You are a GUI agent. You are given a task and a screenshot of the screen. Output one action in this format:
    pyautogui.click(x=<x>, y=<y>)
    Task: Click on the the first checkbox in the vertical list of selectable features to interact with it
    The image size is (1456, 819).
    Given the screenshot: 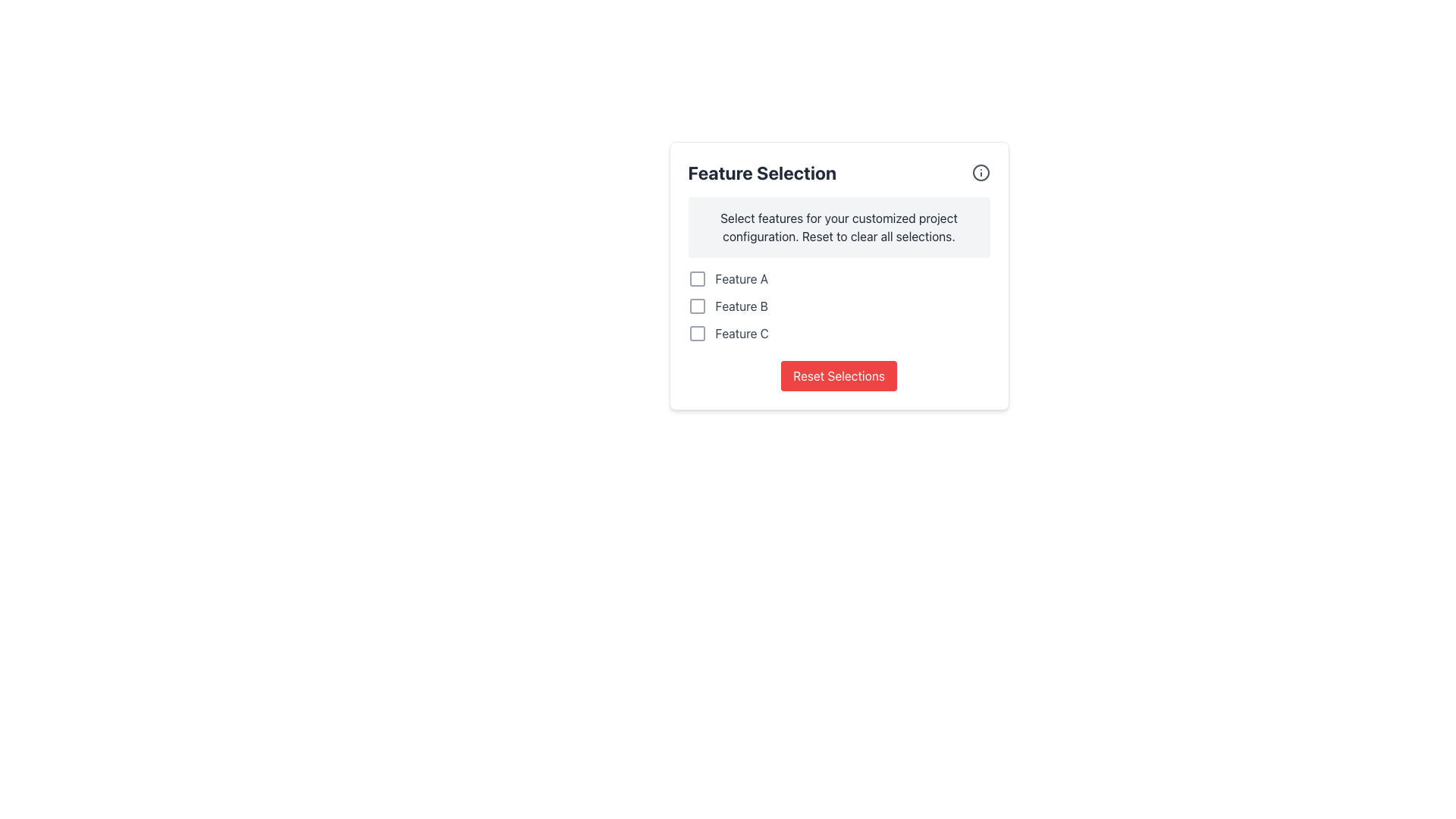 What is the action you would take?
    pyautogui.click(x=838, y=278)
    